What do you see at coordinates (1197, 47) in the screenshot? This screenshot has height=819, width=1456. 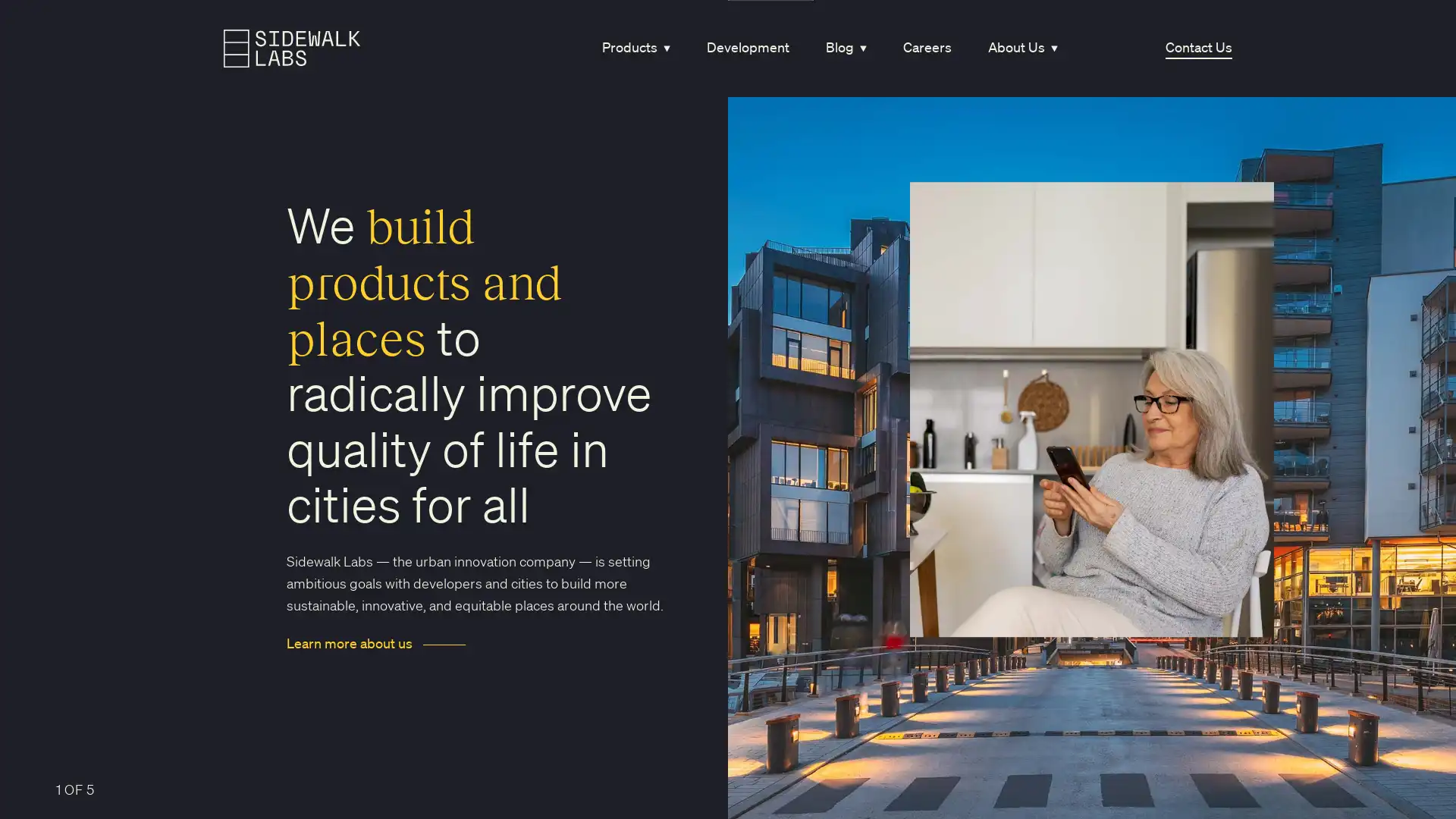 I see `Contact Us` at bounding box center [1197, 47].